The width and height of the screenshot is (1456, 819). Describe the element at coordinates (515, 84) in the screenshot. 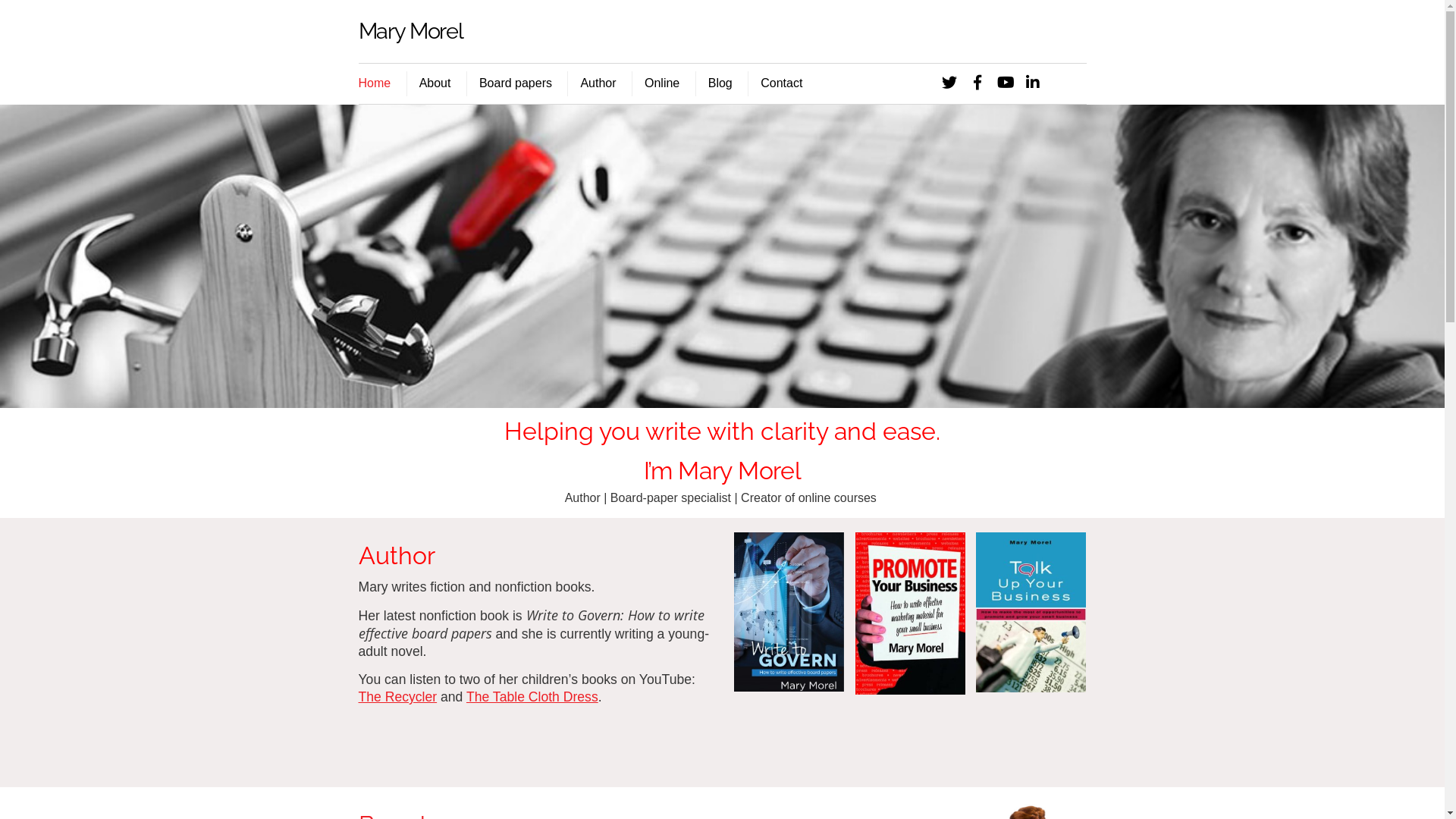

I see `'Board papers'` at that location.